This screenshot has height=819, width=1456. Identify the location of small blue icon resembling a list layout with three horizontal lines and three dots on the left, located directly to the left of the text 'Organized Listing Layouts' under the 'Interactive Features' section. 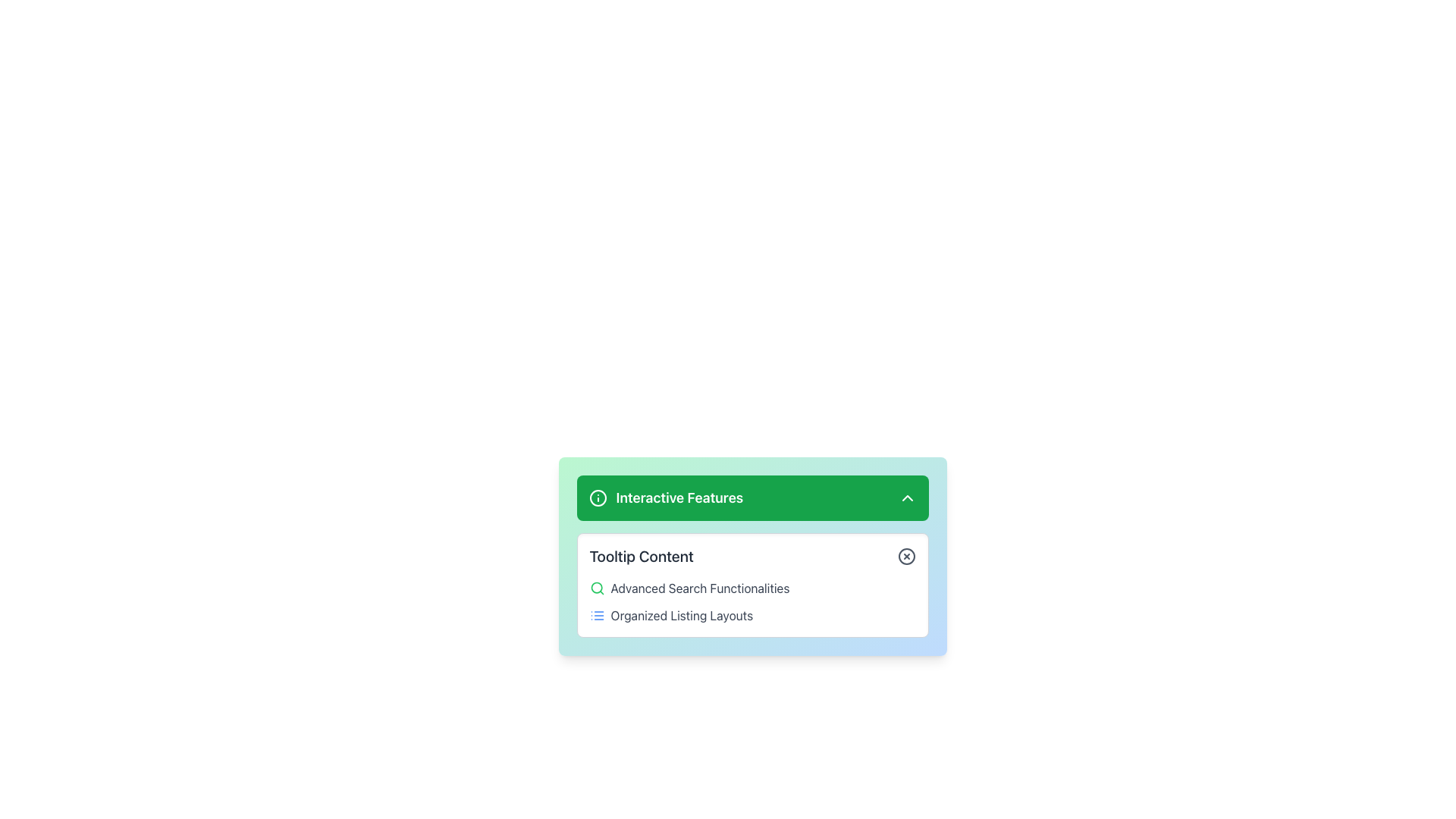
(596, 616).